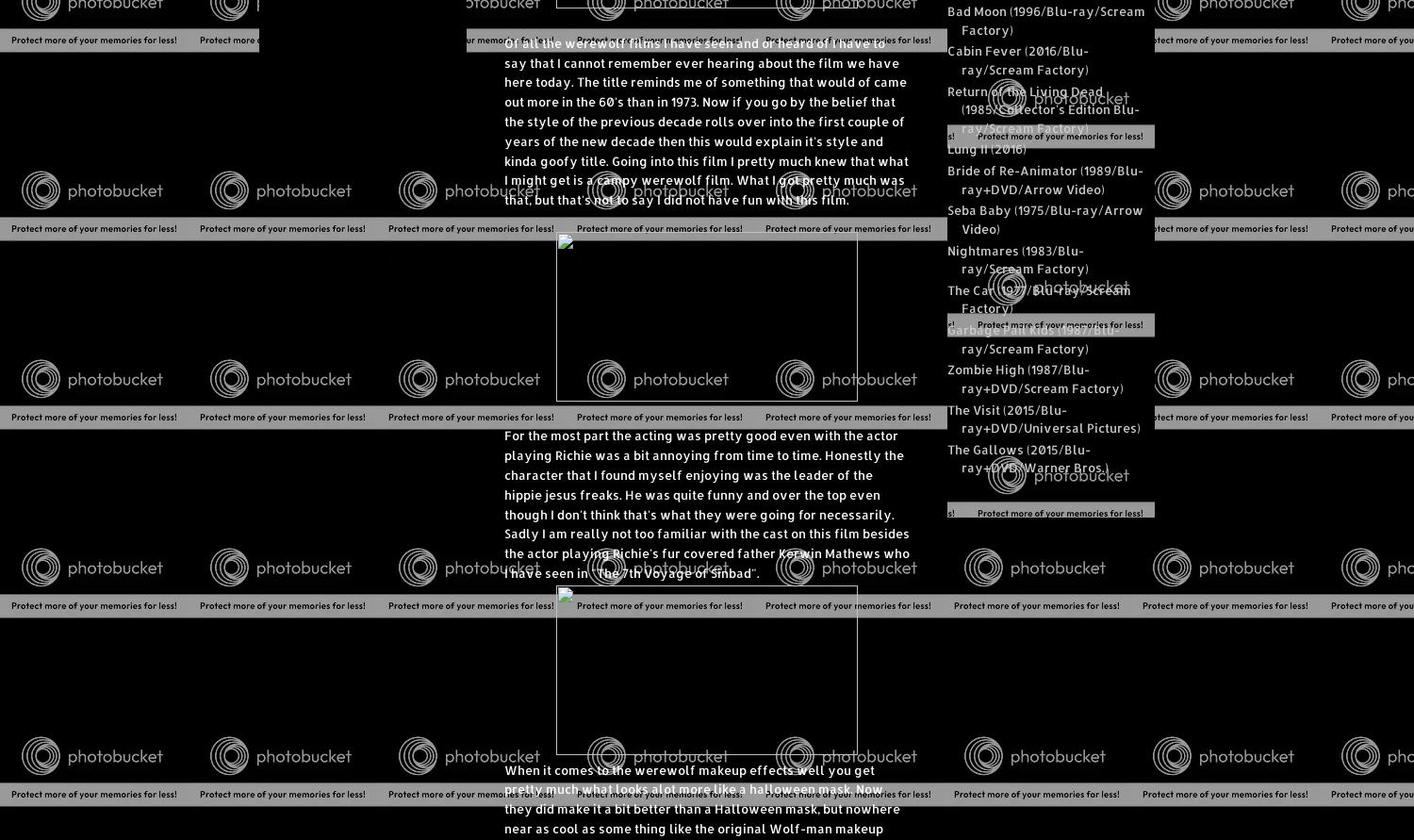 Image resolution: width=1414 pixels, height=840 pixels. I want to click on 'Garbage Pail Kids (1987/Blu-ray/Scream Factory)', so click(1032, 338).